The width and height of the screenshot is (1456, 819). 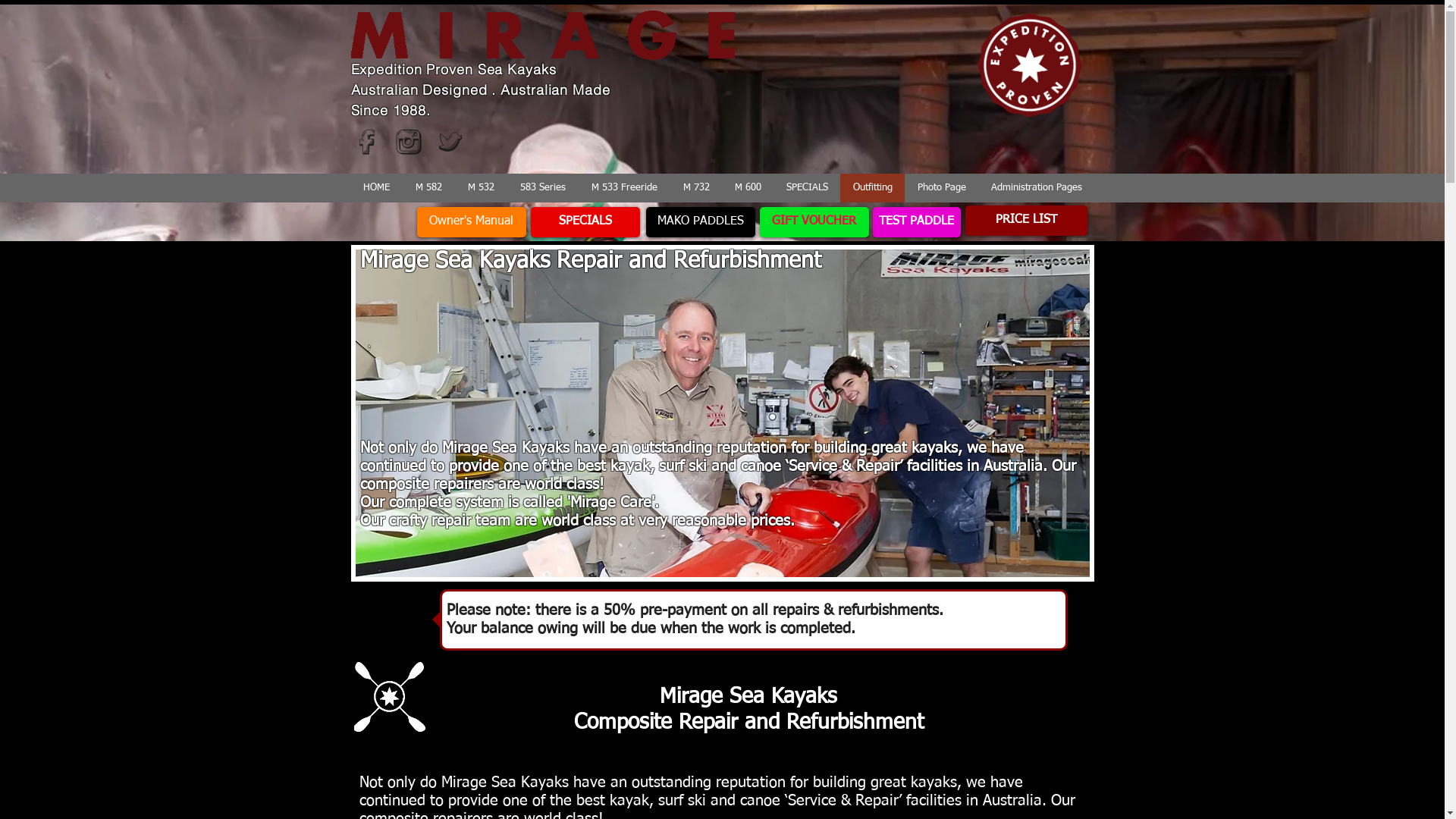 I want to click on 'Kayak & surf ski repairs', so click(x=720, y=413).